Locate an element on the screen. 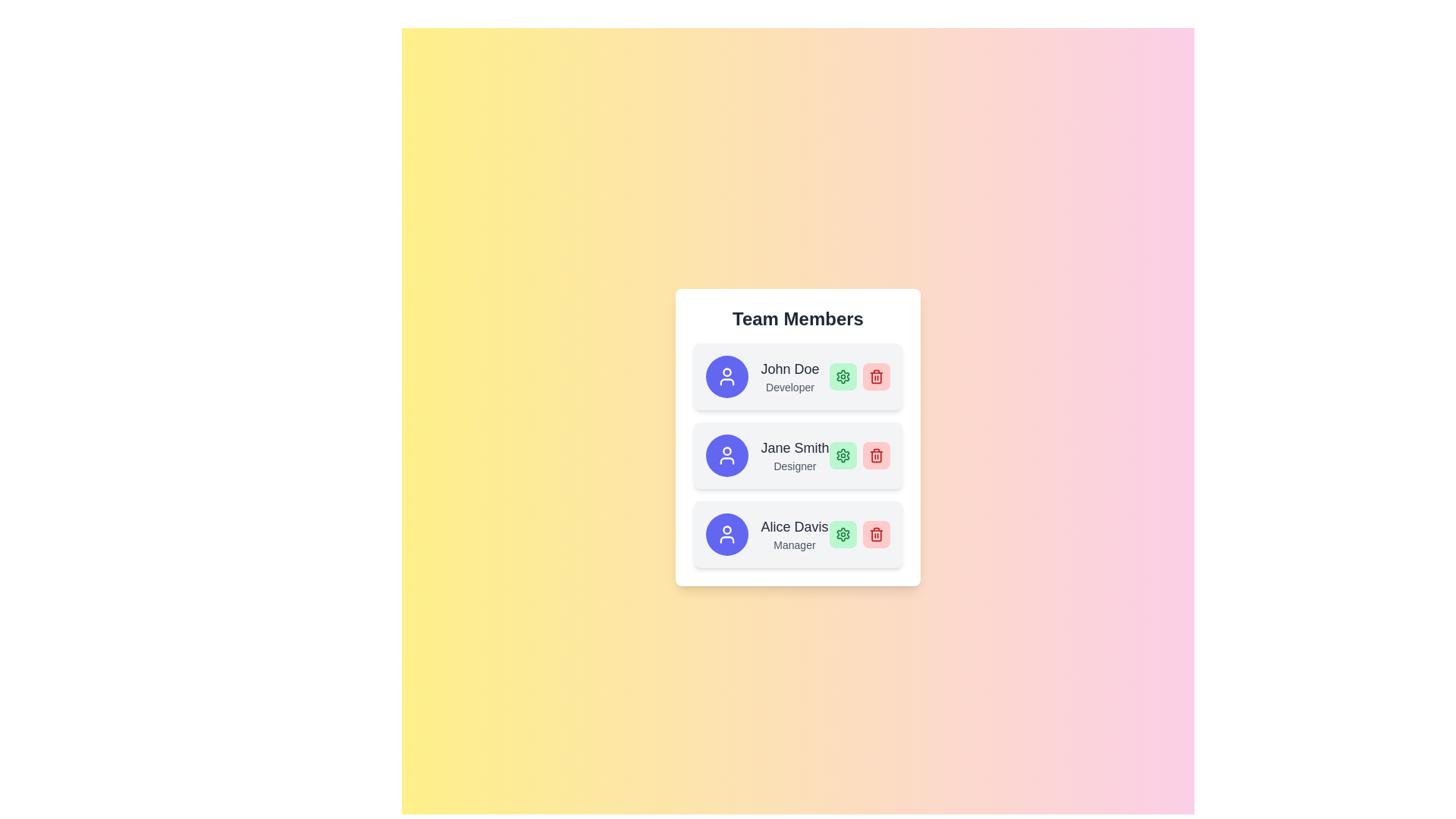 This screenshot has height=819, width=1456. the green cogwheel icon representing settings for the team member 'John Doe', who is listed as a Developer is located at coordinates (842, 376).